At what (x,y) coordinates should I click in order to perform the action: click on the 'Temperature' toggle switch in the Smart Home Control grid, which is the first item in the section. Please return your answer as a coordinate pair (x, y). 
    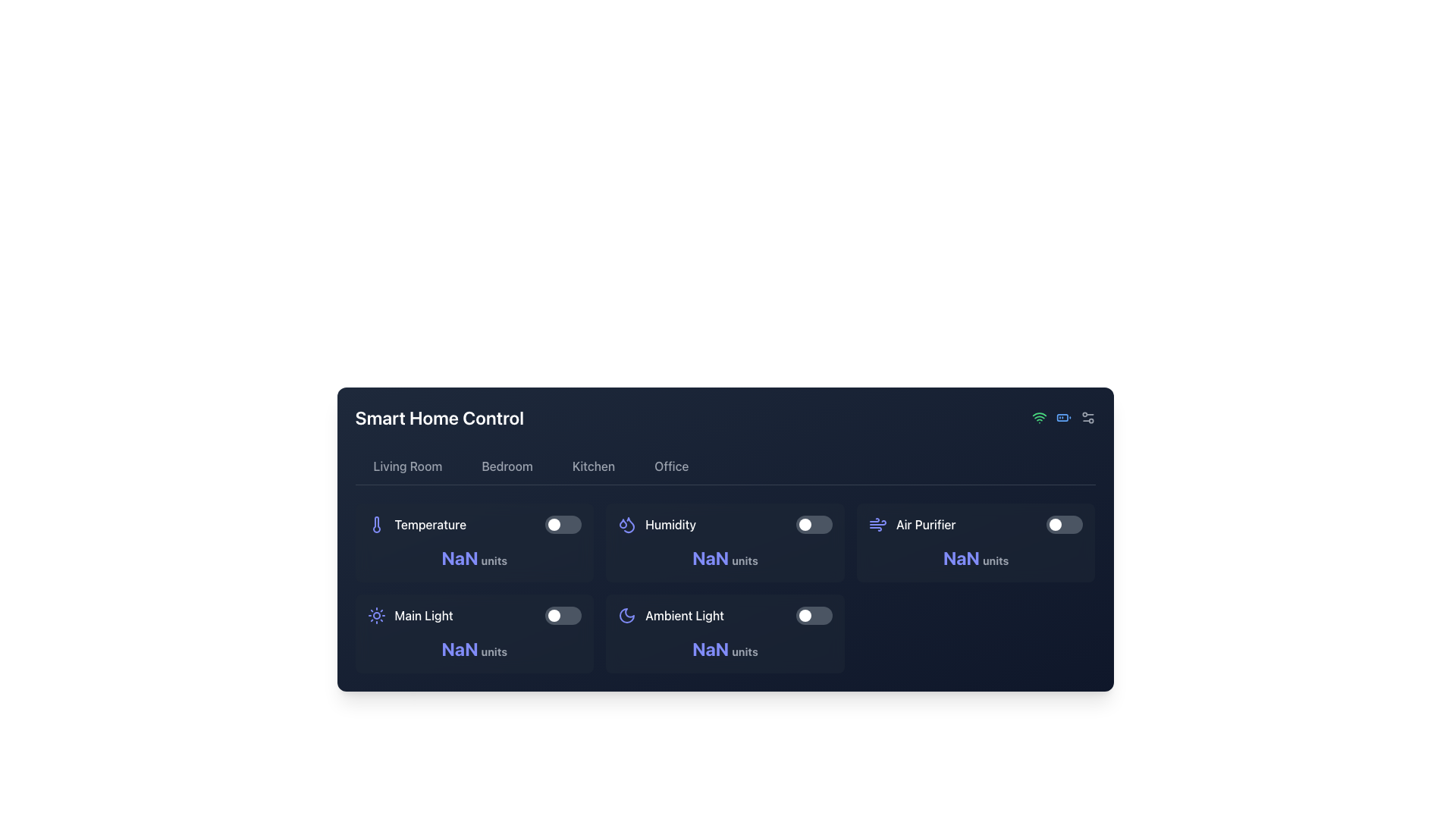
    Looking at the image, I should click on (473, 523).